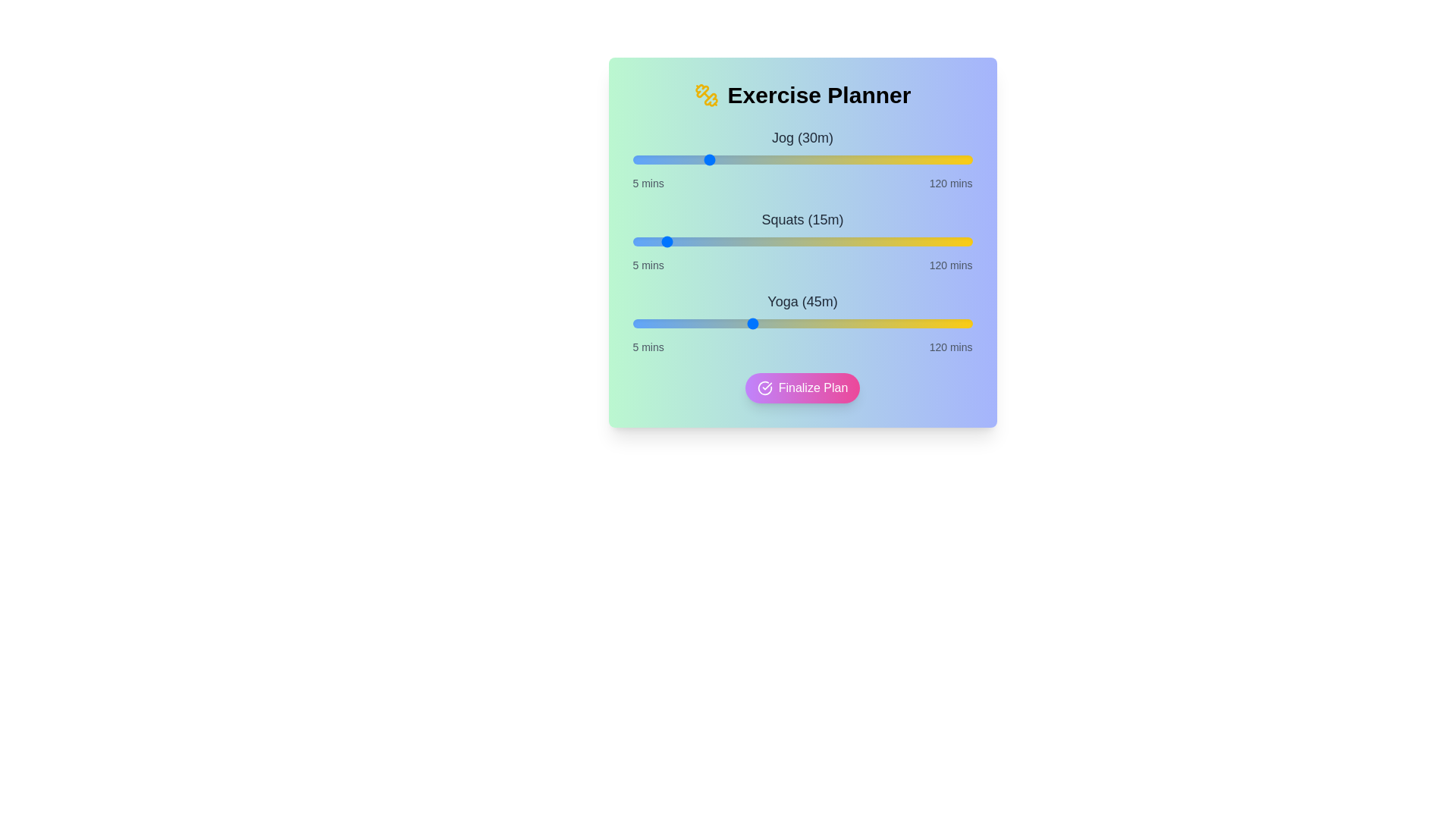  I want to click on the 'Jog' slider to a specific duration 99, so click(910, 160).